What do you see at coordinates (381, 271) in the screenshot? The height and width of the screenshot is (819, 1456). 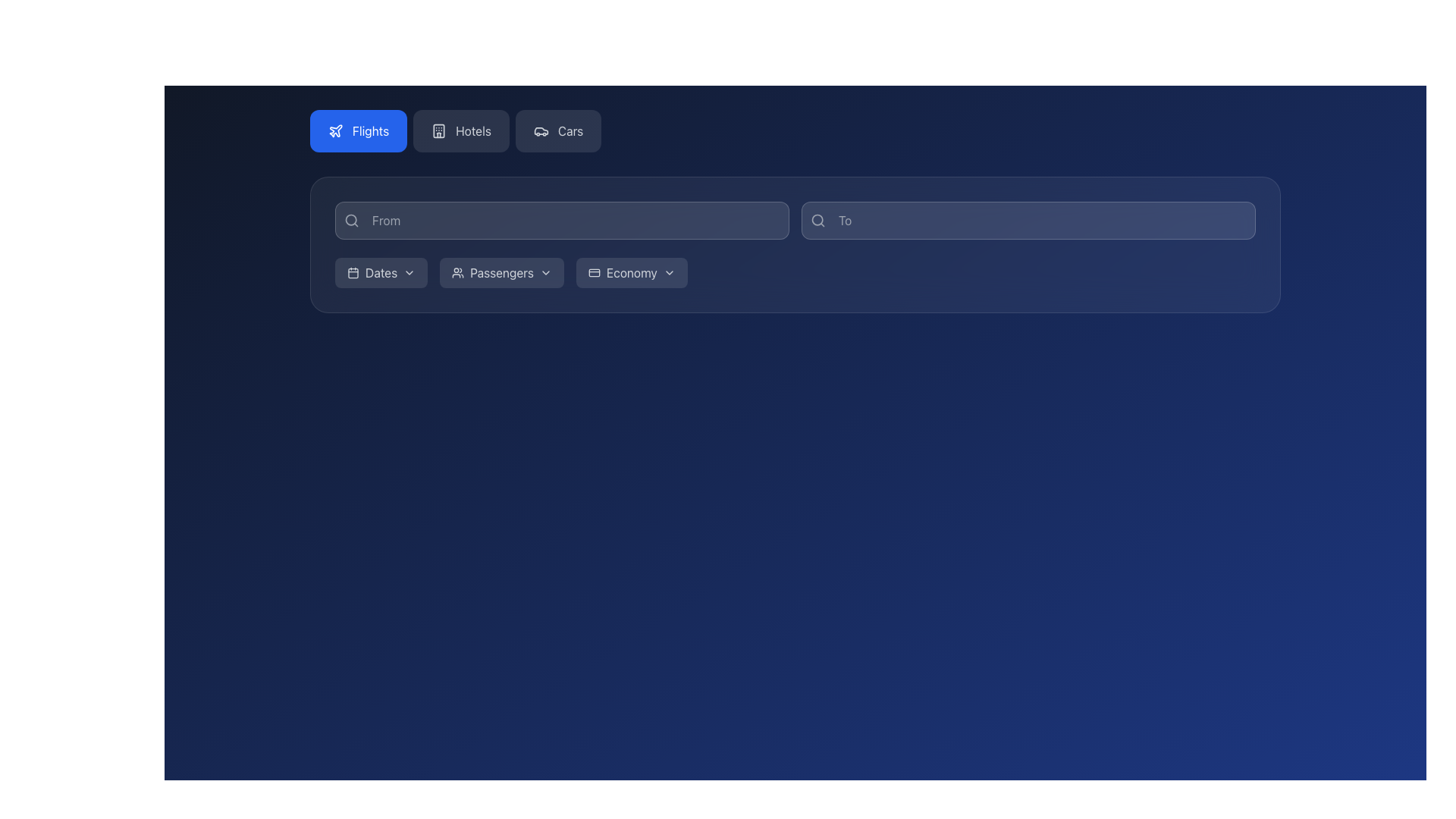 I see `the static text indicating the date selection section, which is centrally positioned between a calendar icon and an arrow icon` at bounding box center [381, 271].